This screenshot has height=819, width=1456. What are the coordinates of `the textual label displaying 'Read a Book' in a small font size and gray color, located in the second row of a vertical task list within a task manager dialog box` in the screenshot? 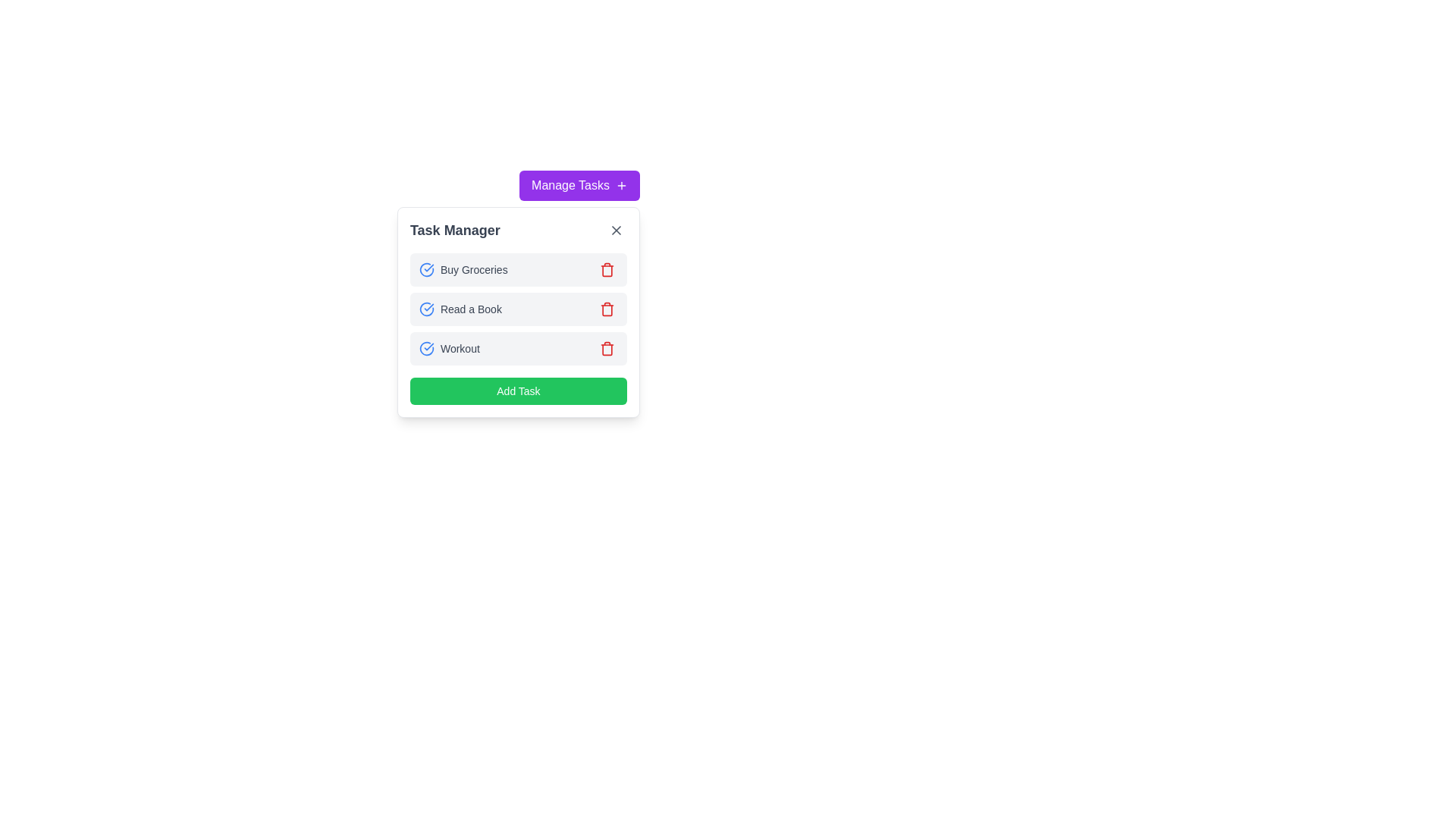 It's located at (460, 309).